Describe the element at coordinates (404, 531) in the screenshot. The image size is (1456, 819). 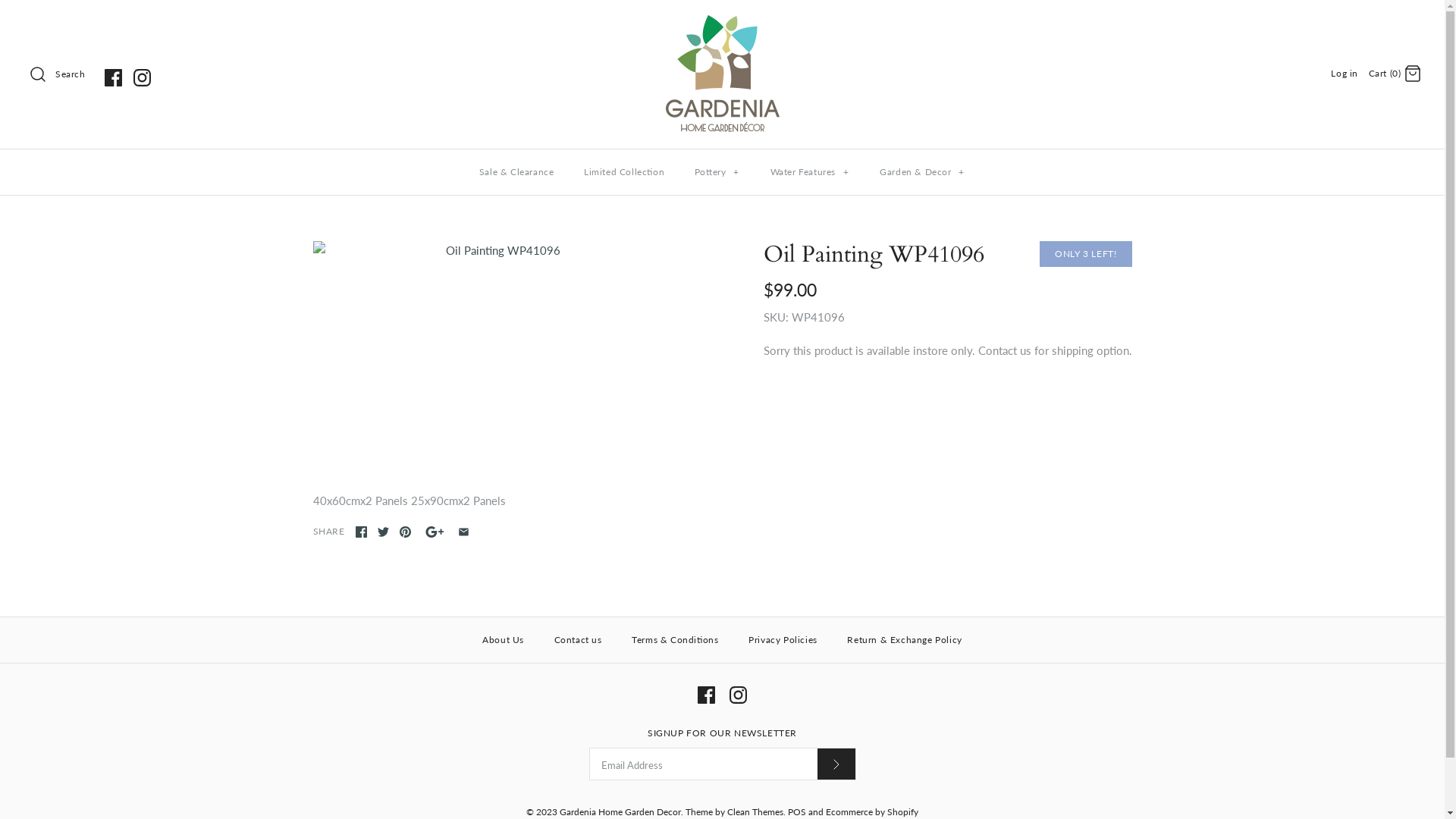
I see `'Pinterest'` at that location.